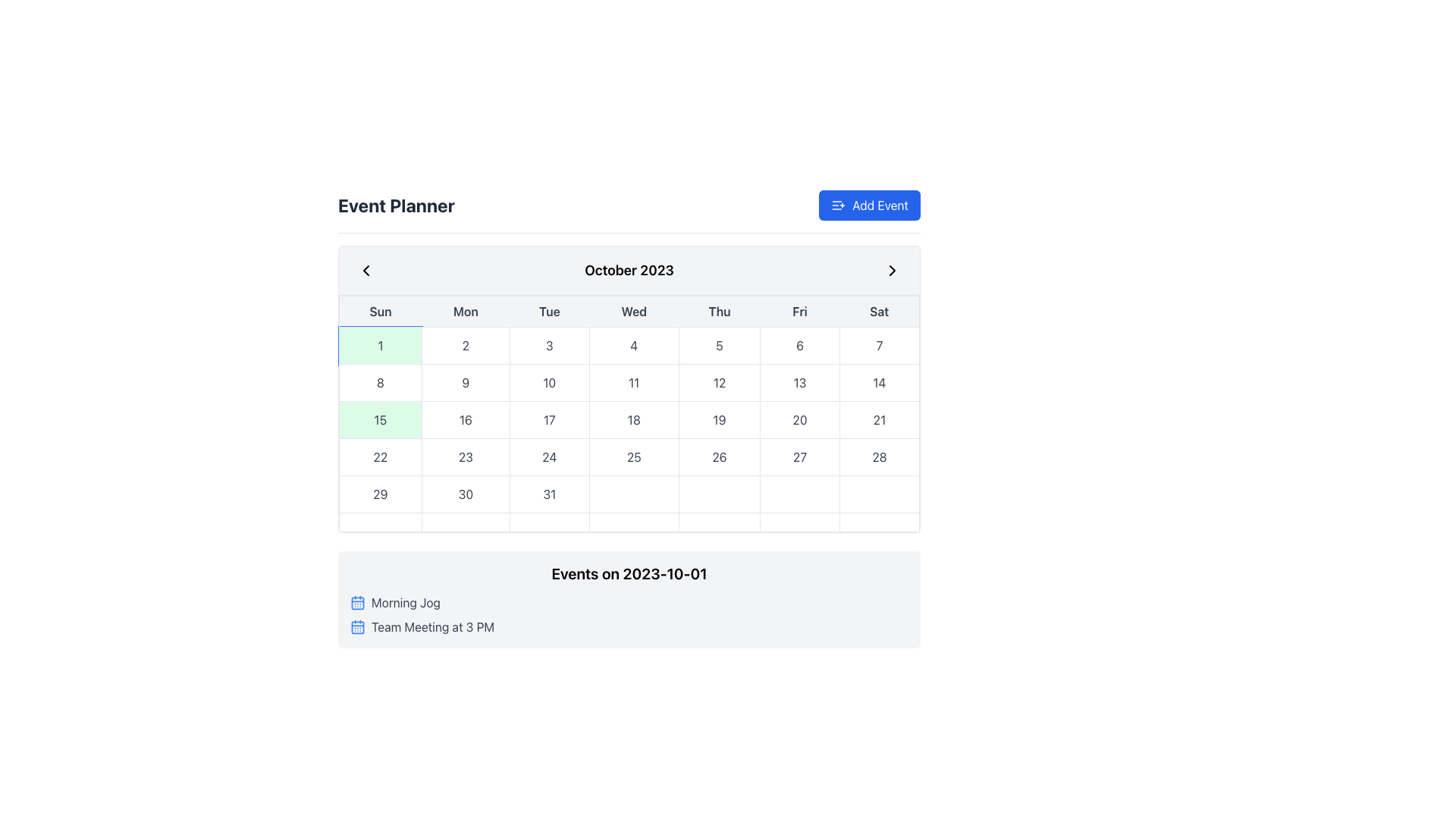 This screenshot has width=1456, height=819. I want to click on the 'Add Event' button located in the 'Event Planner Add Event' section, so click(870, 205).